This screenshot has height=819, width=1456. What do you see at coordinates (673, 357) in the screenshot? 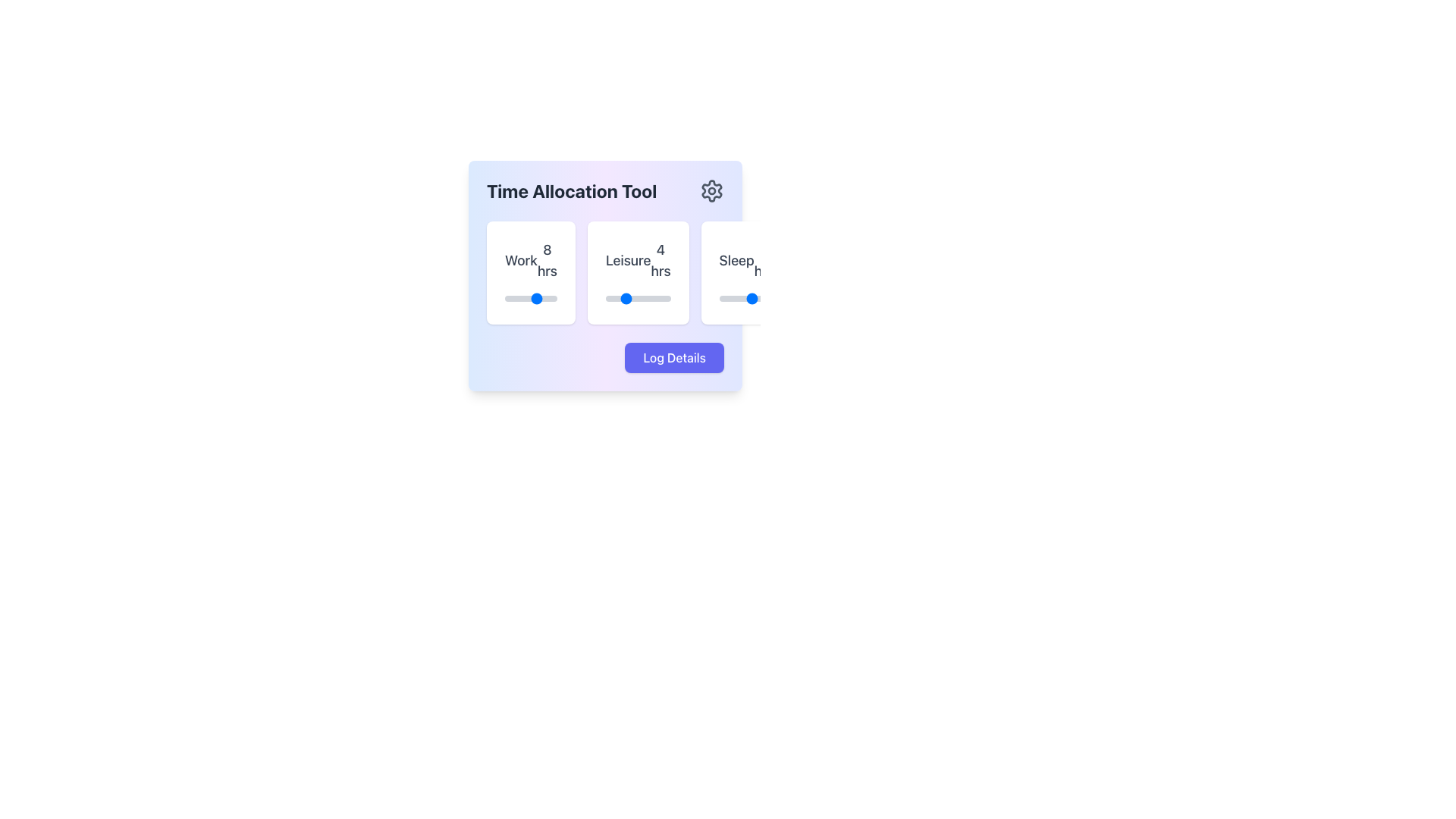
I see `the 'Log Details' button located at the bottom-right corner of the 'Time Allocation Tool' card` at bounding box center [673, 357].